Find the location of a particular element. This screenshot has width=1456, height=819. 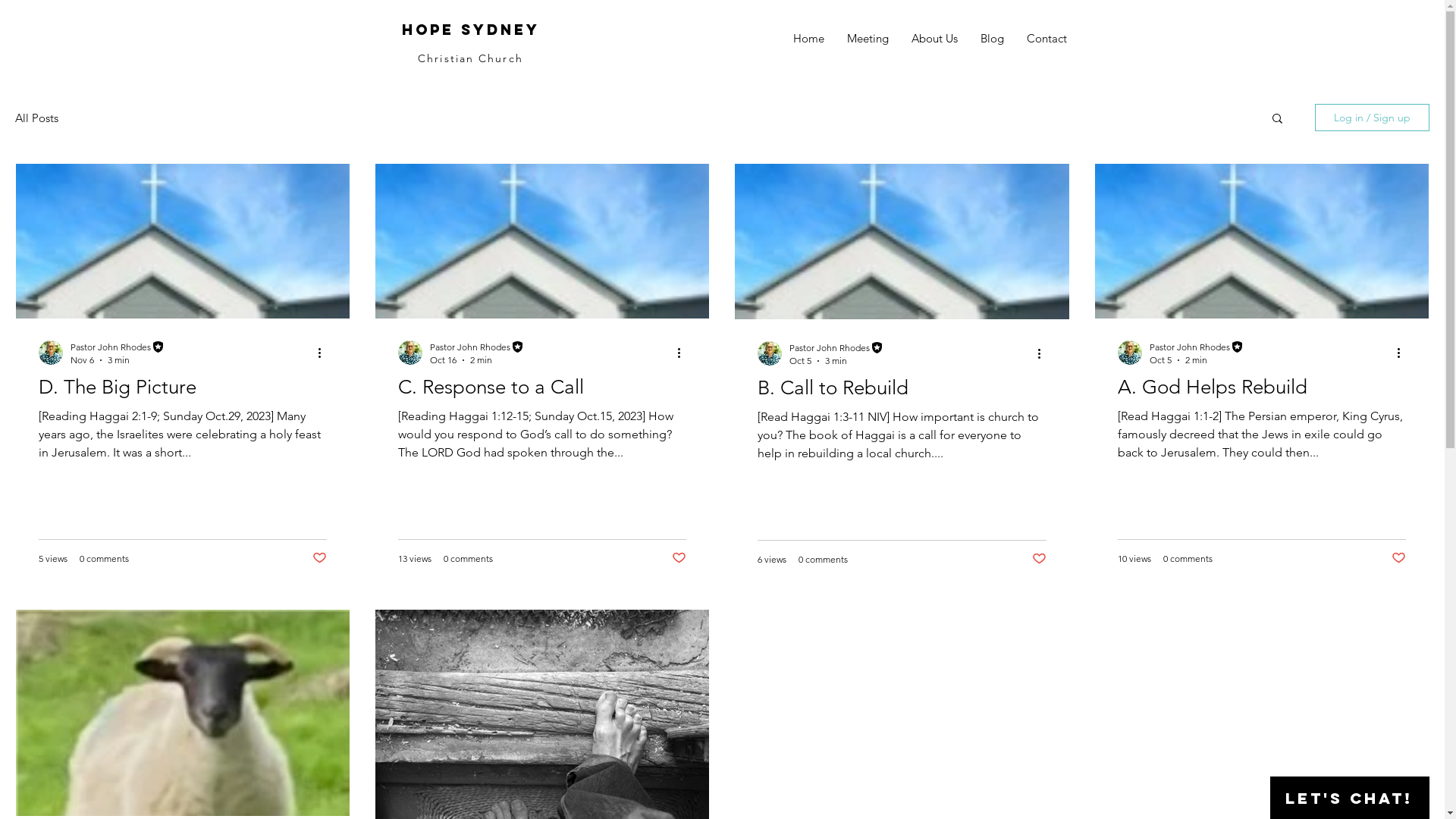

'Post not marked as liked' is located at coordinates (1398, 558).